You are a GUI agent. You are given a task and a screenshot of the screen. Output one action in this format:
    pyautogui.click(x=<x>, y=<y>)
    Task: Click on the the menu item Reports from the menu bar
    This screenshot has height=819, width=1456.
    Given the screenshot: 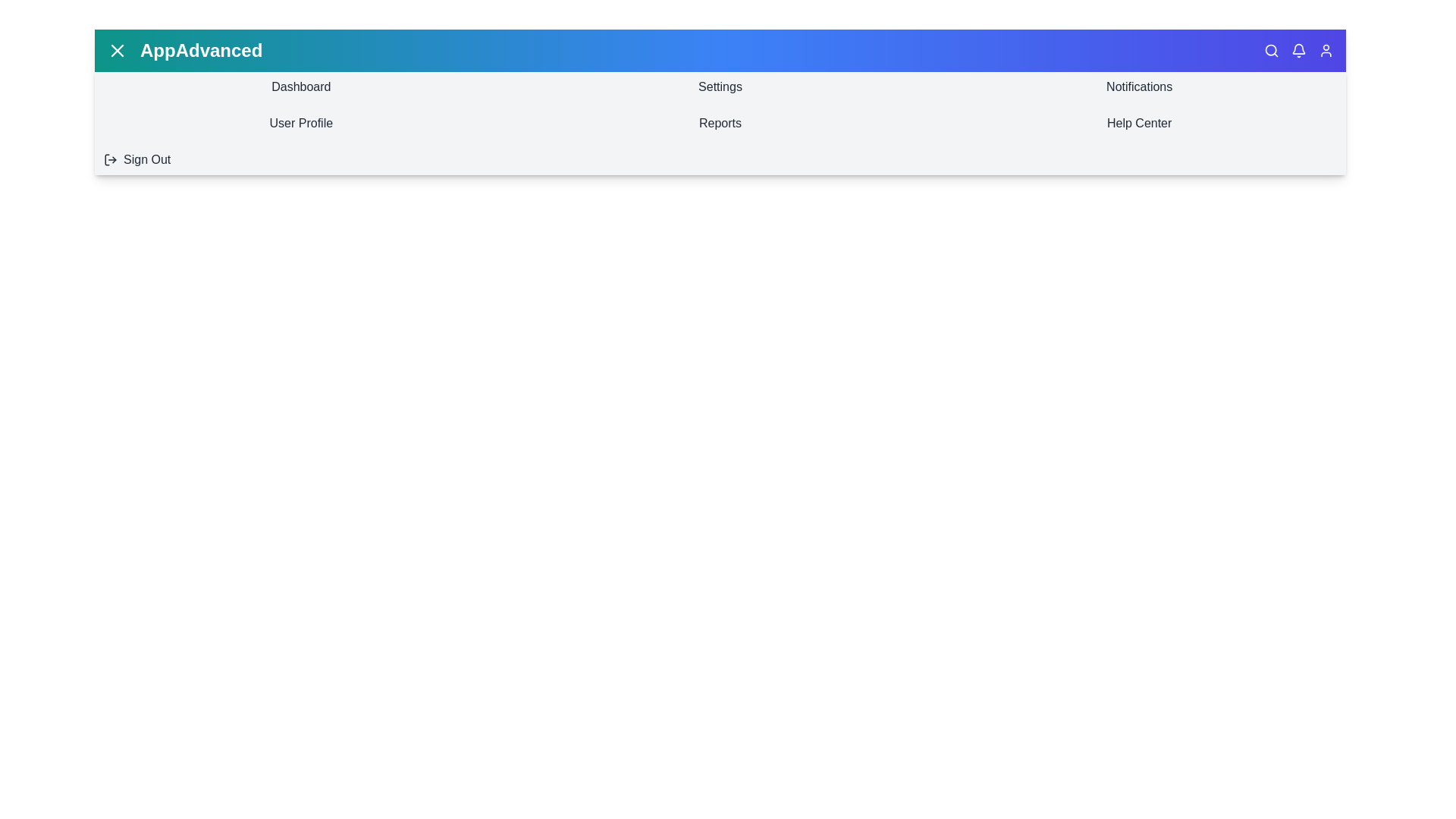 What is the action you would take?
    pyautogui.click(x=720, y=122)
    